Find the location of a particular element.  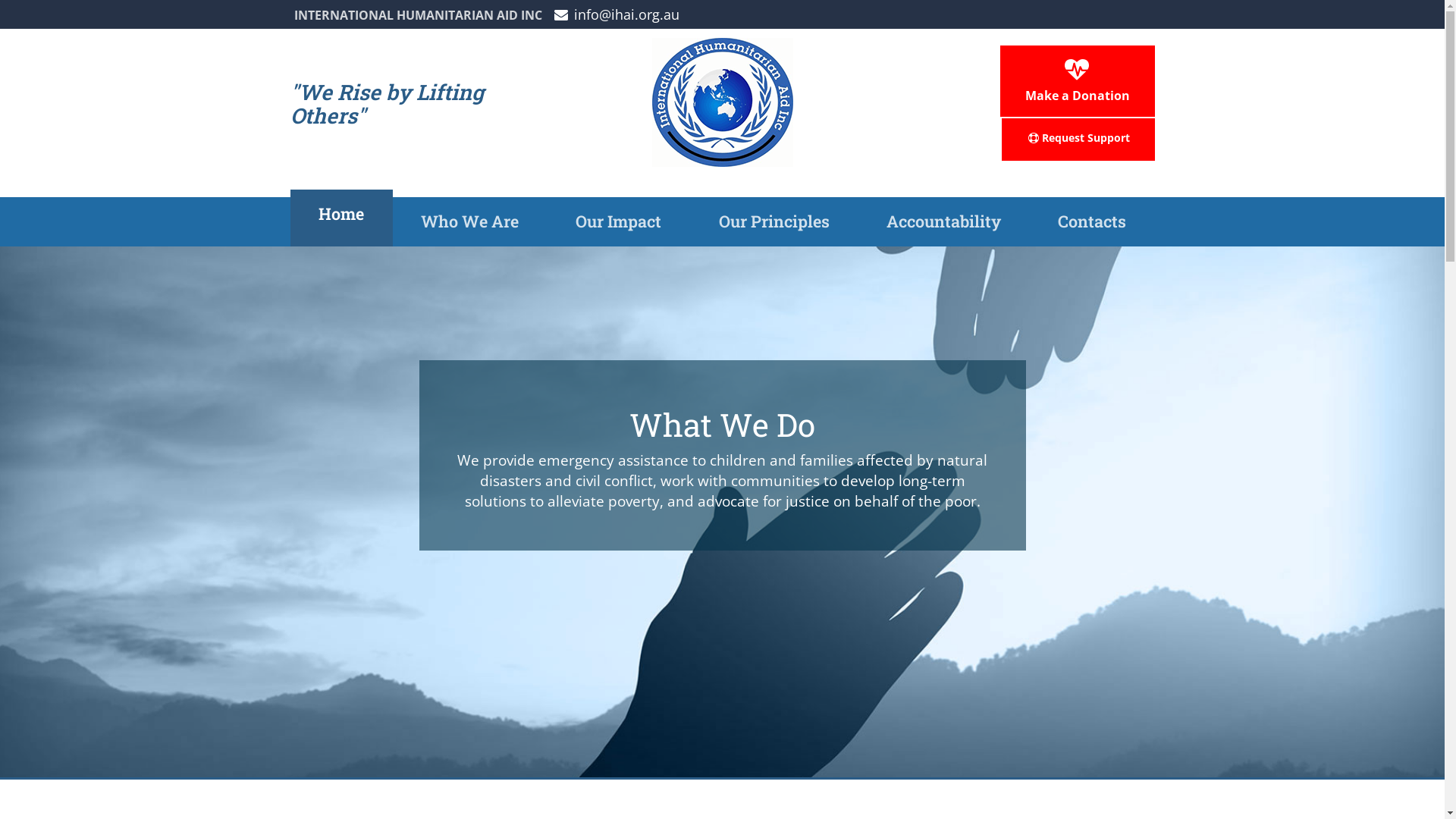

'Donations' is located at coordinates (14, 400).